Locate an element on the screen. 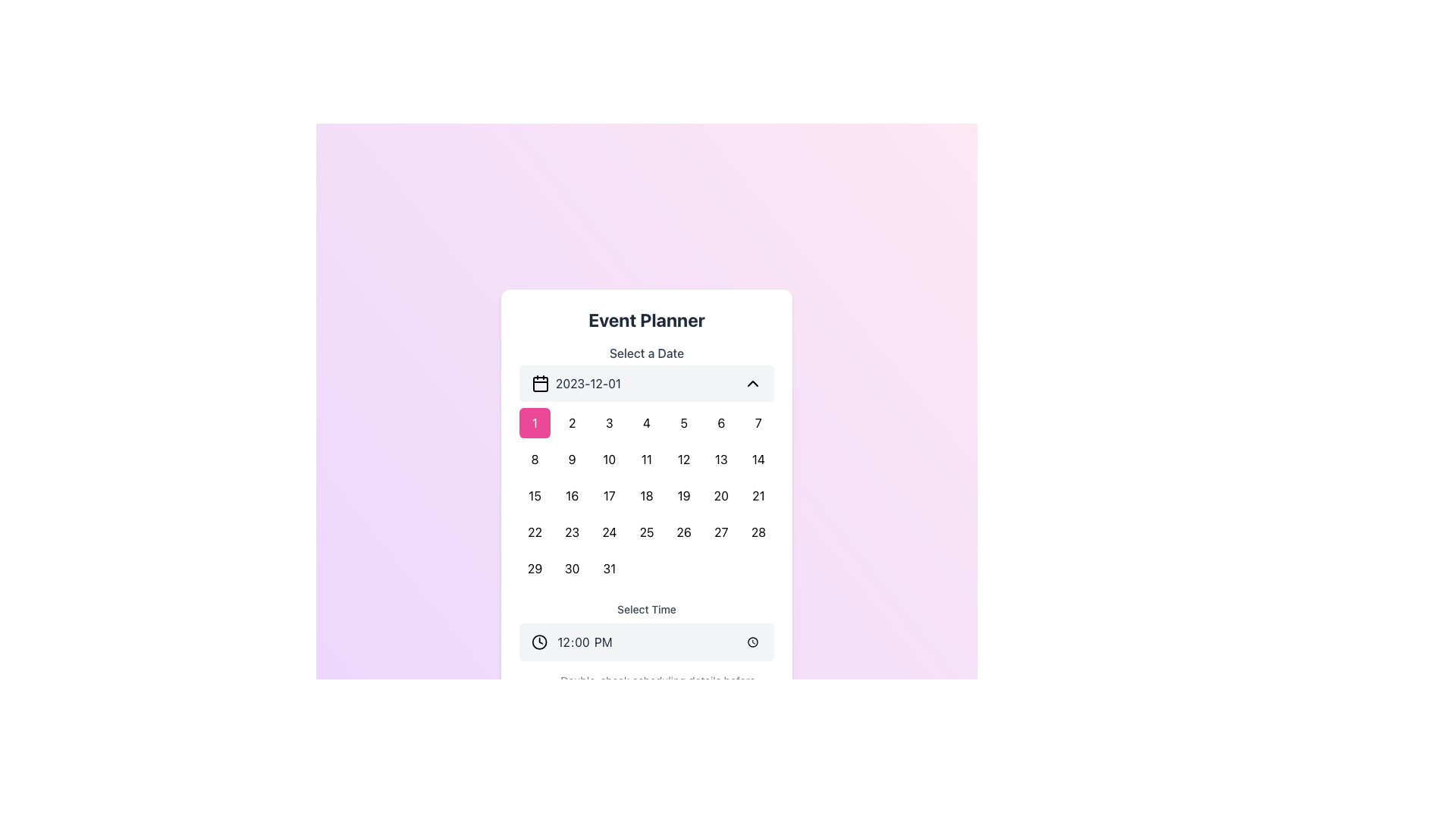 The width and height of the screenshot is (1456, 819). the button representing the 15th day in the calendar widget is located at coordinates (535, 496).